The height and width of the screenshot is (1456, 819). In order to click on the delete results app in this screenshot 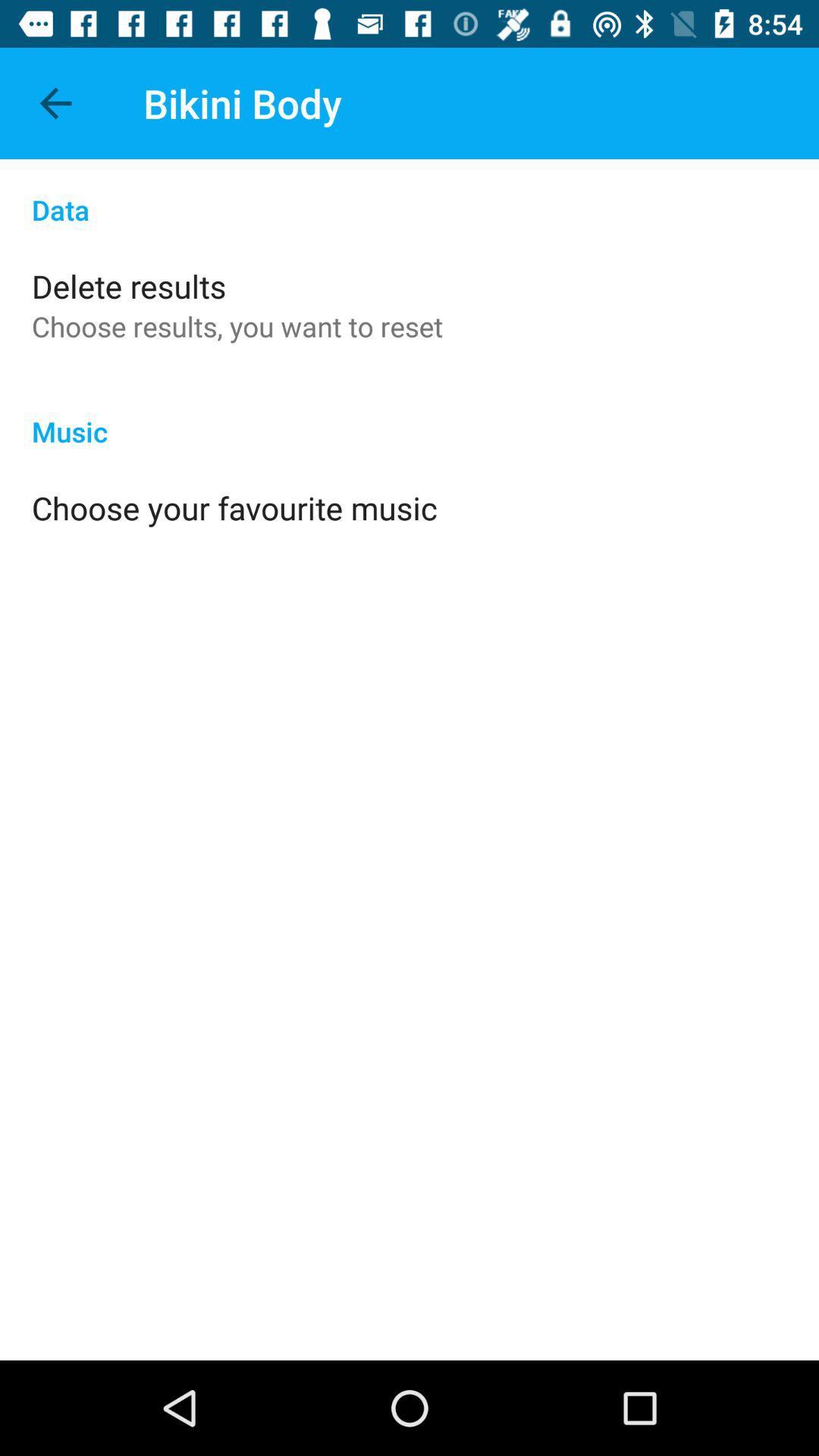, I will do `click(128, 286)`.